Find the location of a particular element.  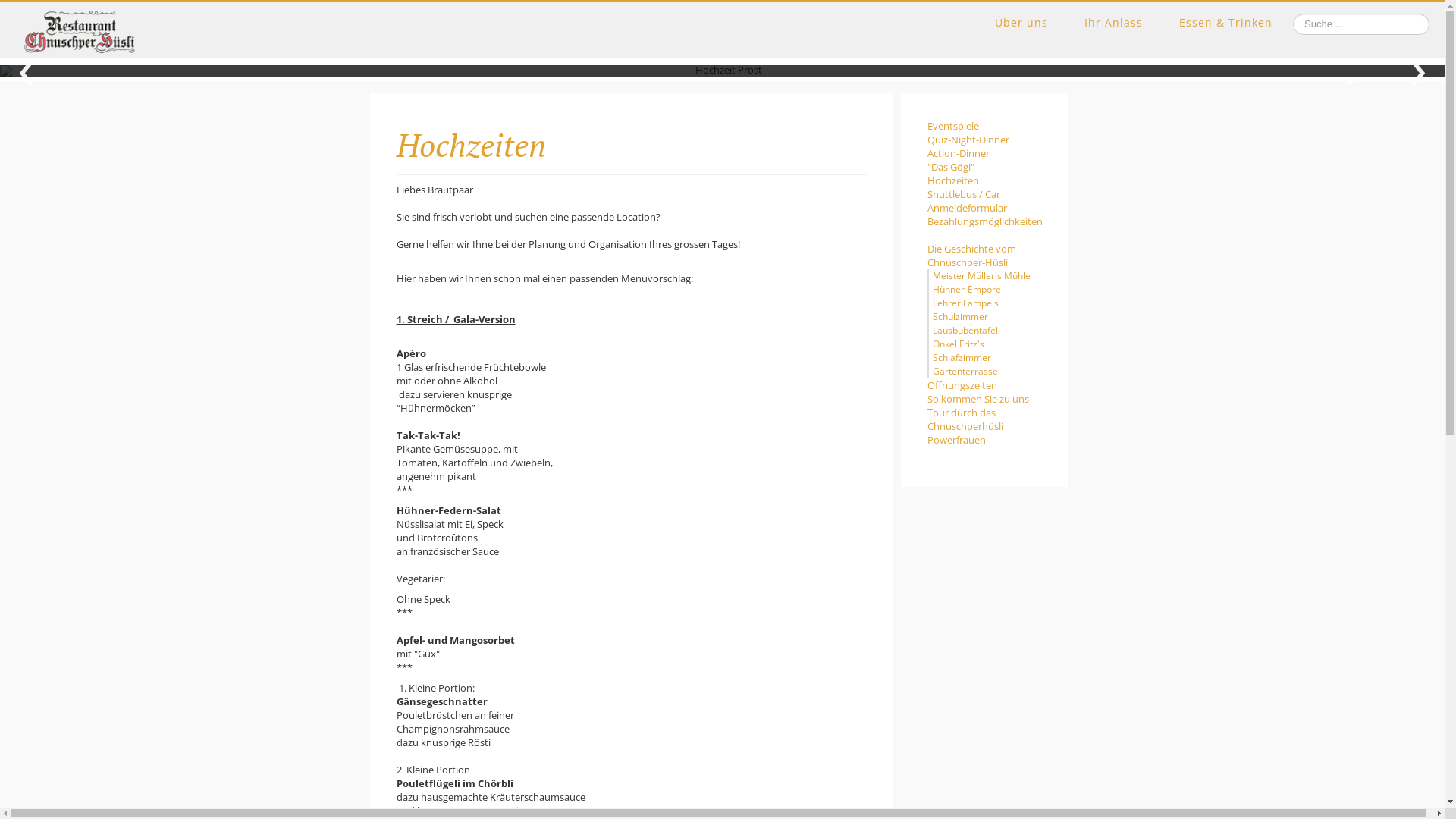

'Shuttlebus / Car' is located at coordinates (984, 193).